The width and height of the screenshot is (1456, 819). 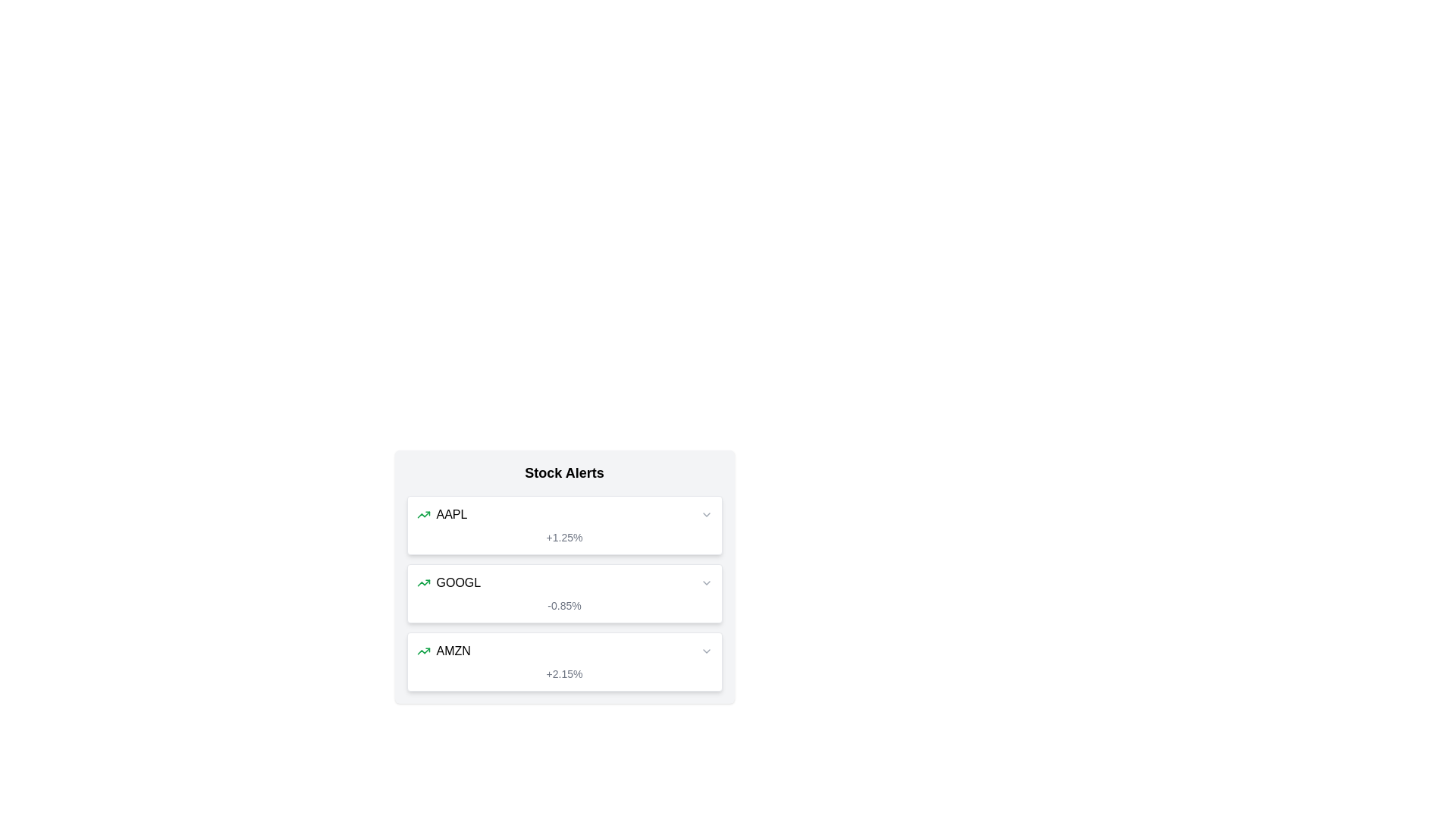 What do you see at coordinates (443, 651) in the screenshot?
I see `the stock item label for 'AMZN'` at bounding box center [443, 651].